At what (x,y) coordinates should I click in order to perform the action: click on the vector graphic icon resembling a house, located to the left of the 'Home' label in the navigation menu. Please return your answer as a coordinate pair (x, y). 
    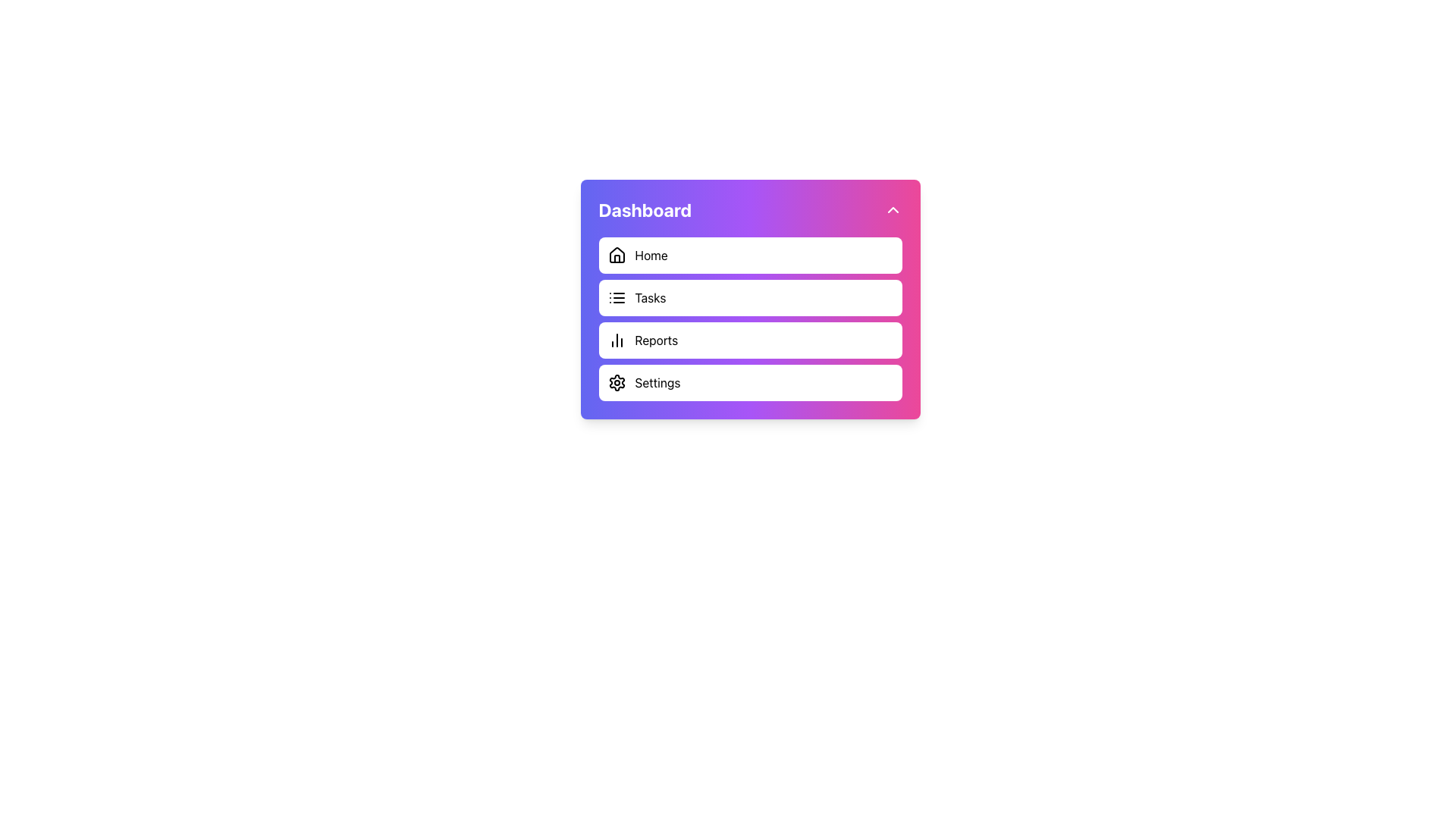
    Looking at the image, I should click on (617, 254).